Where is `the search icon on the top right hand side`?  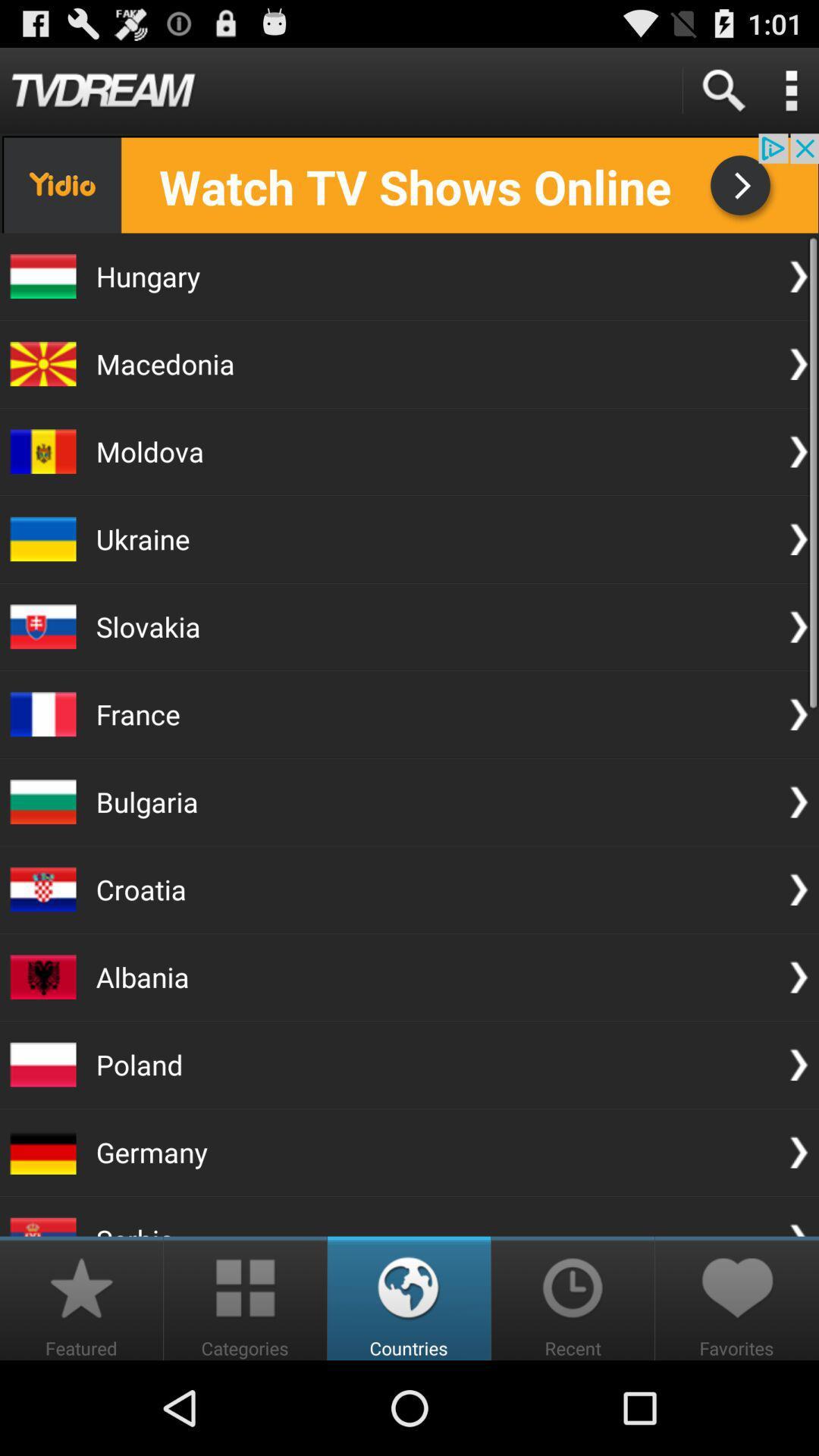 the search icon on the top right hand side is located at coordinates (722, 89).